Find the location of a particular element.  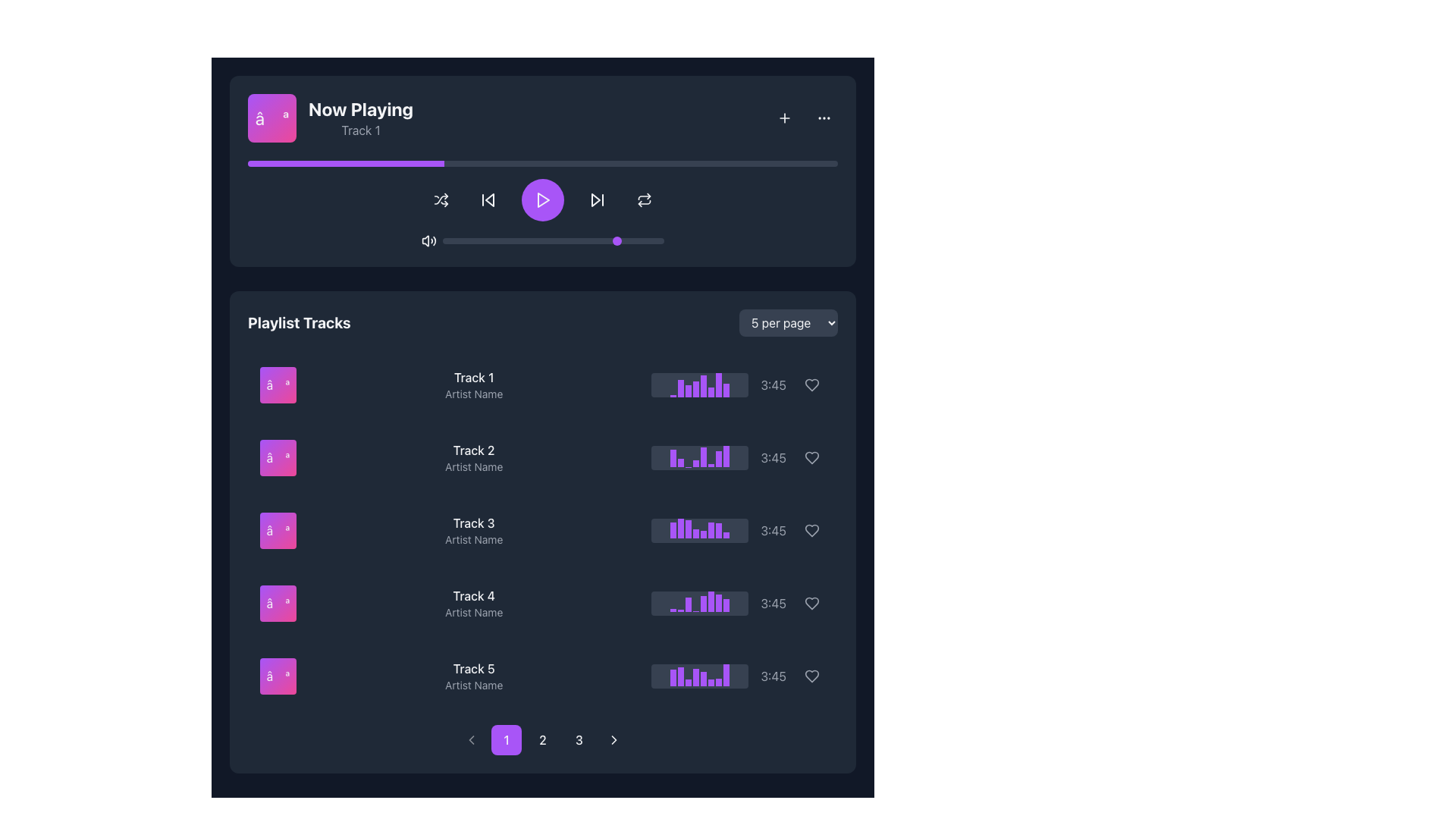

to select the second item in the playlist, which displays track information such as name, artist, and duration is located at coordinates (542, 457).